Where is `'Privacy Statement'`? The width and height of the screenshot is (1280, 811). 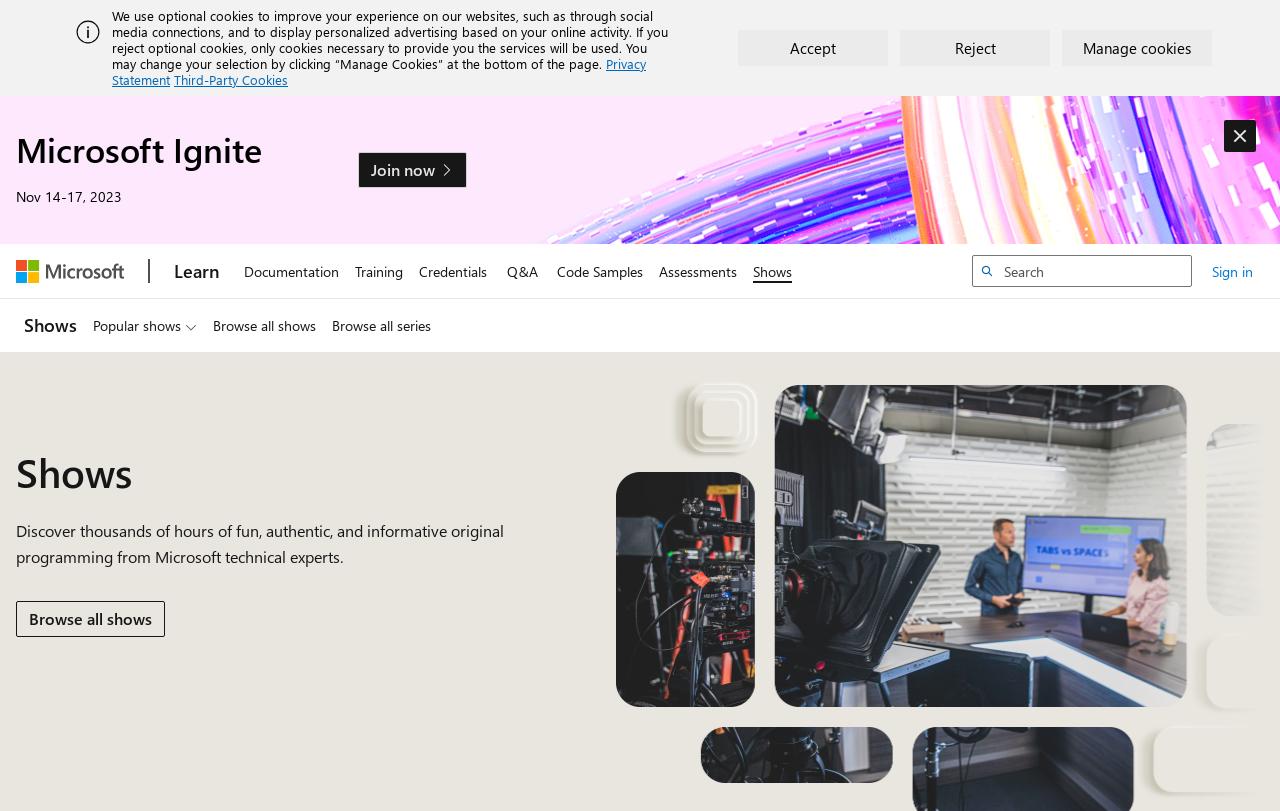 'Privacy Statement' is located at coordinates (379, 71).